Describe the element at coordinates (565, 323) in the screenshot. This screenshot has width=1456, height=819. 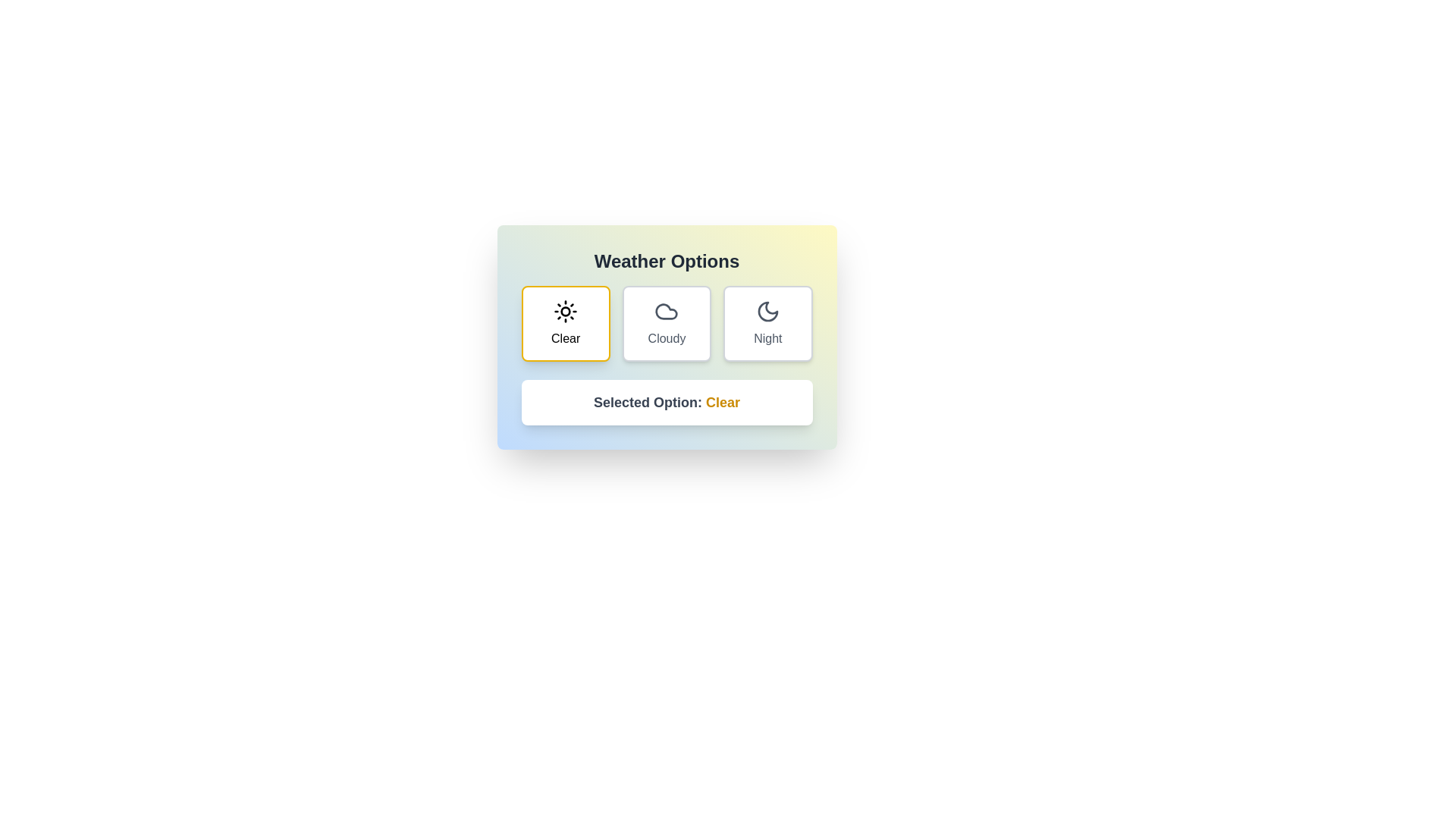
I see `the 'Clear' button featuring a sun icon` at that location.